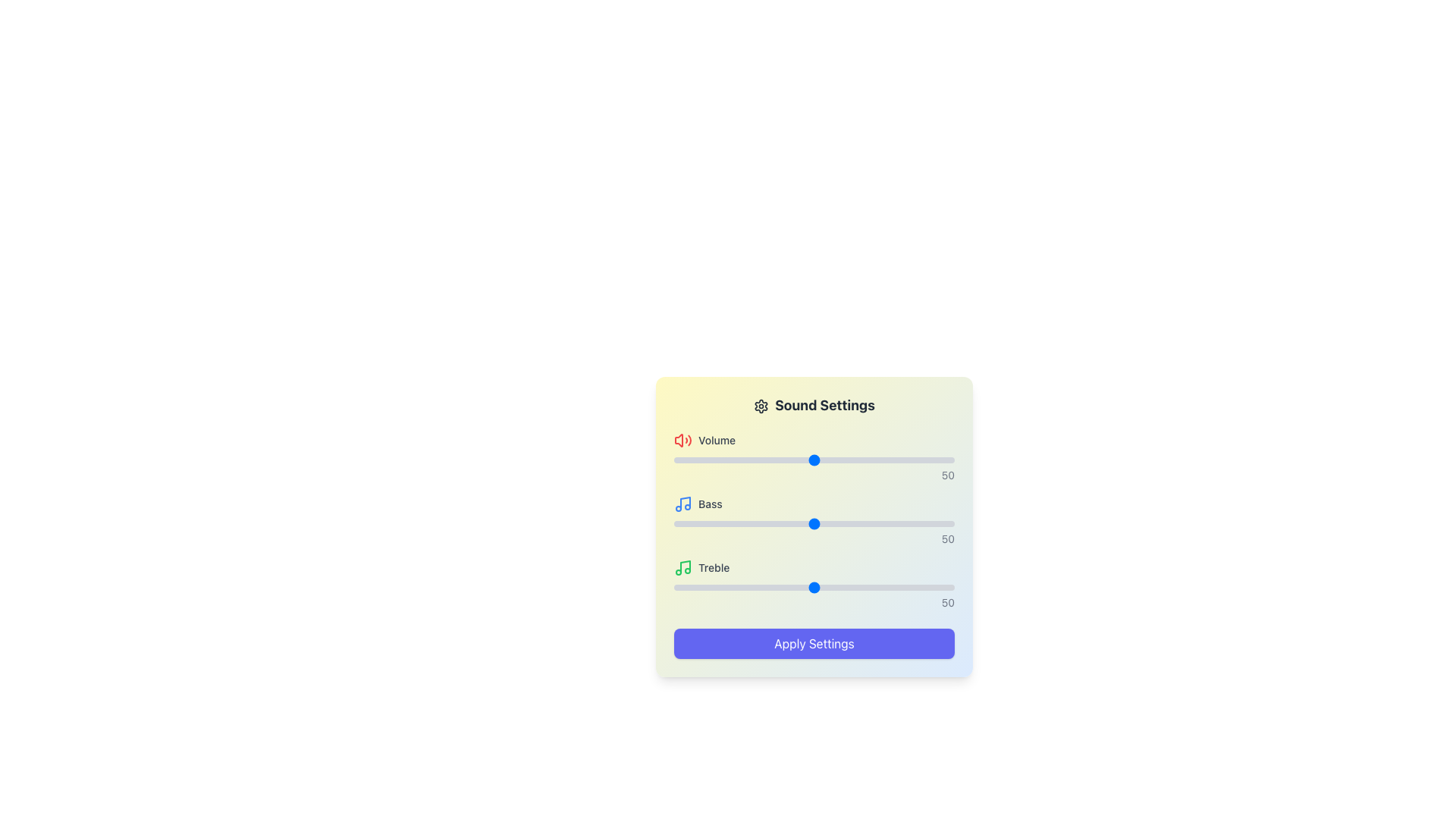 This screenshot has width=1456, height=819. What do you see at coordinates (739, 587) in the screenshot?
I see `treble` at bounding box center [739, 587].